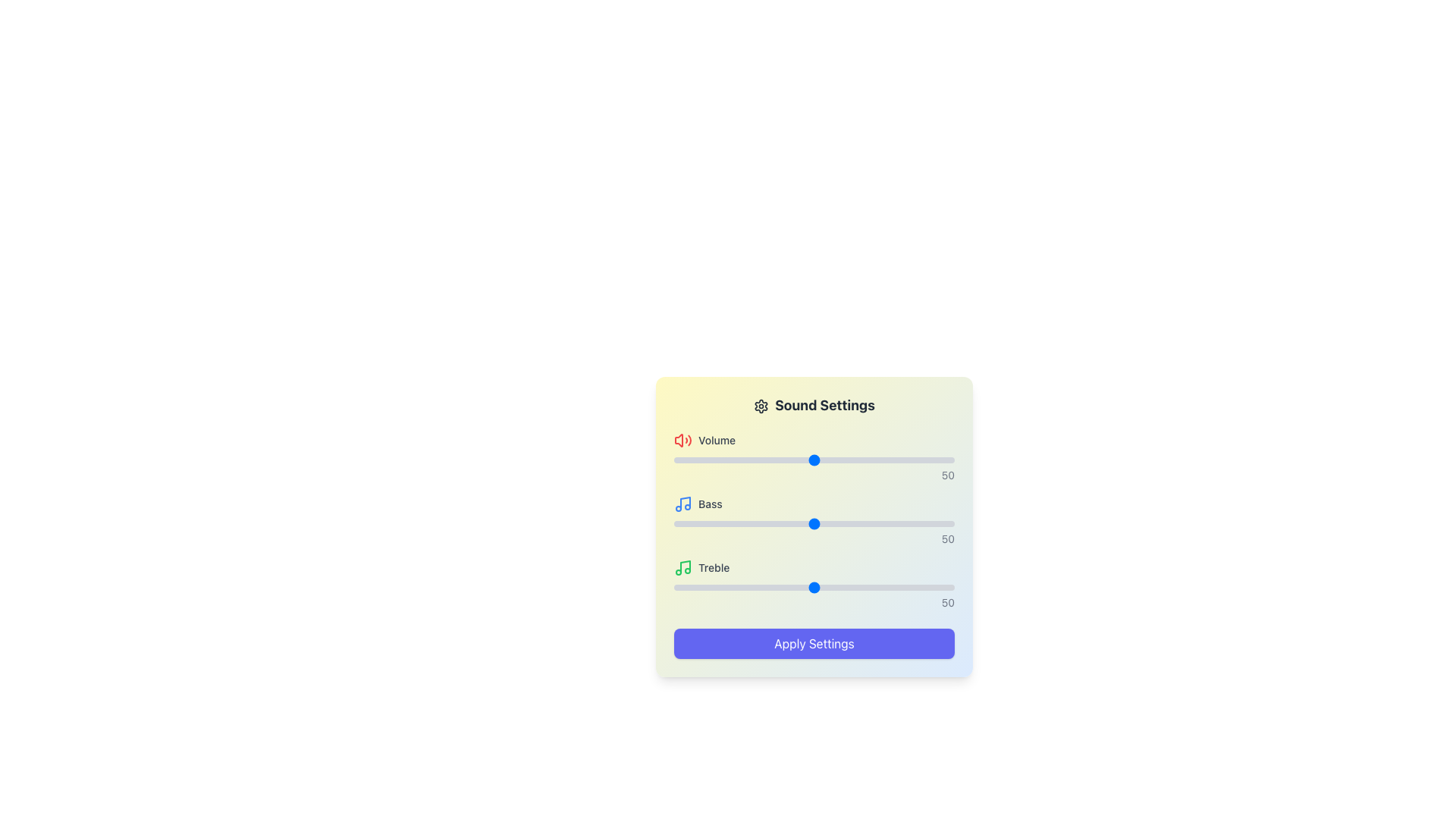 This screenshot has width=1456, height=819. What do you see at coordinates (739, 587) in the screenshot?
I see `treble` at bounding box center [739, 587].